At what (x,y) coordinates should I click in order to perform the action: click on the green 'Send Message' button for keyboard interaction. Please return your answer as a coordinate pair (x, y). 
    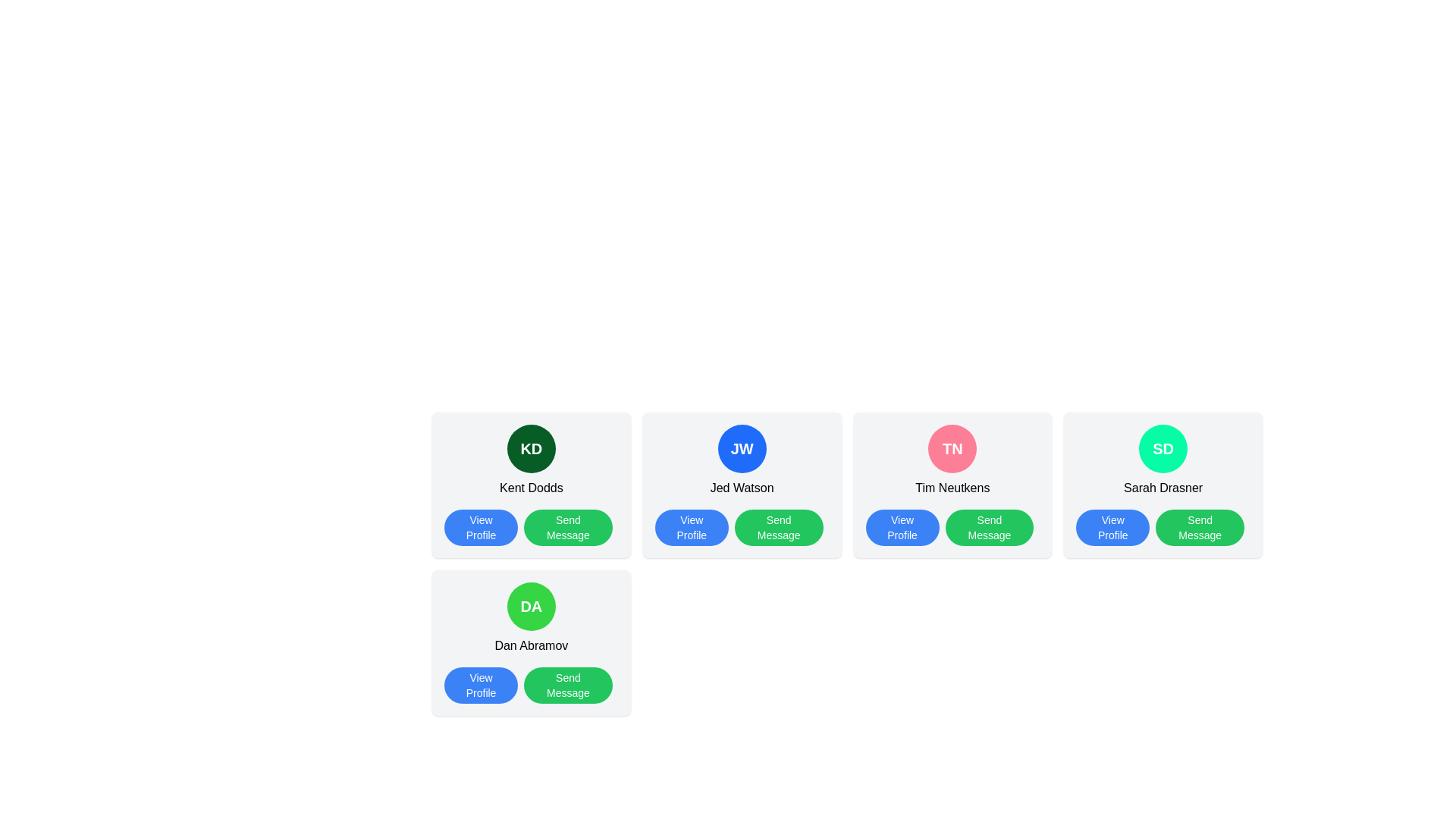
    Looking at the image, I should click on (567, 526).